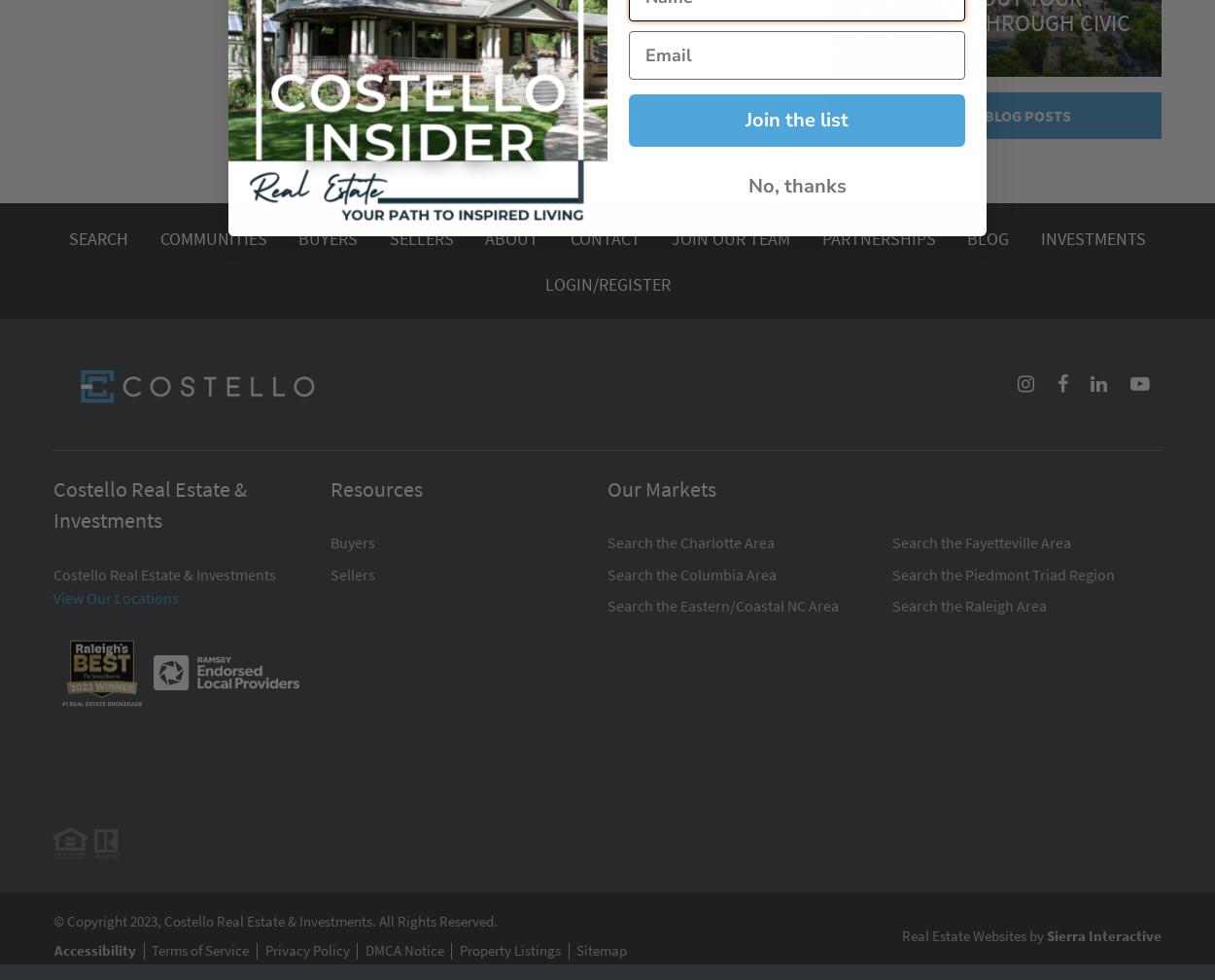 Image resolution: width=1215 pixels, height=980 pixels. What do you see at coordinates (968, 606) in the screenshot?
I see `'Search the Raleigh Area'` at bounding box center [968, 606].